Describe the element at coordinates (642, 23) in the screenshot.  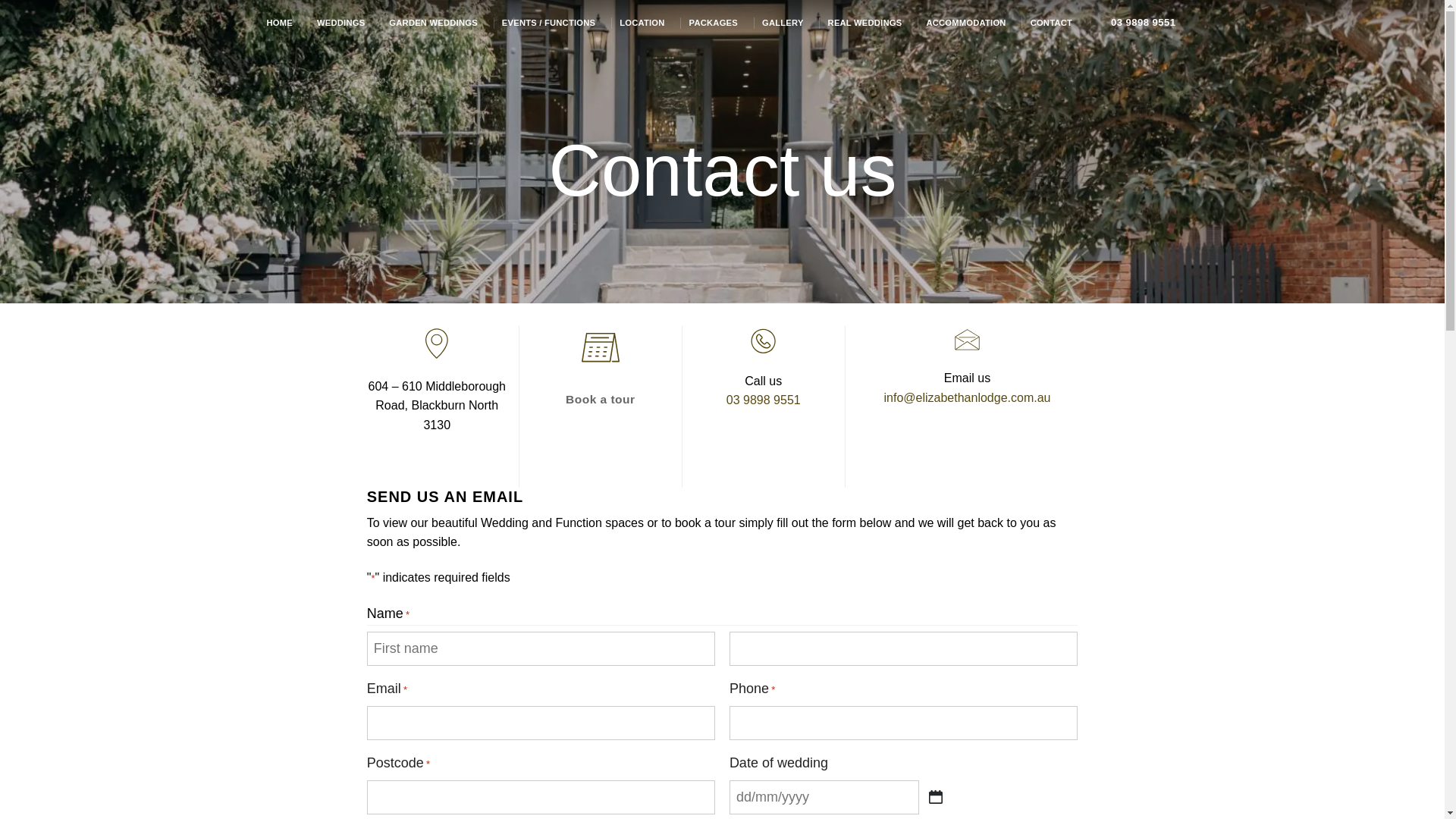
I see `'LOCATION'` at that location.